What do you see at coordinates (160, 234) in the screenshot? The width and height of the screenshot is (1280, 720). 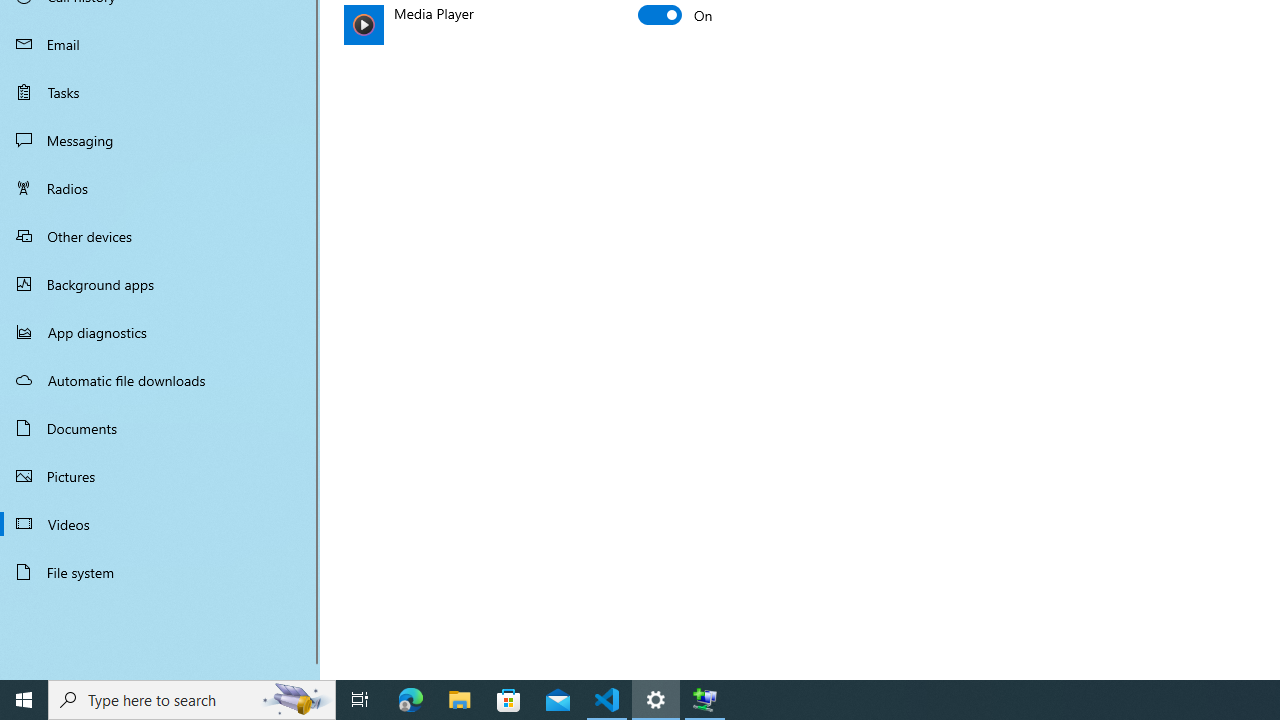 I see `'Other devices'` at bounding box center [160, 234].